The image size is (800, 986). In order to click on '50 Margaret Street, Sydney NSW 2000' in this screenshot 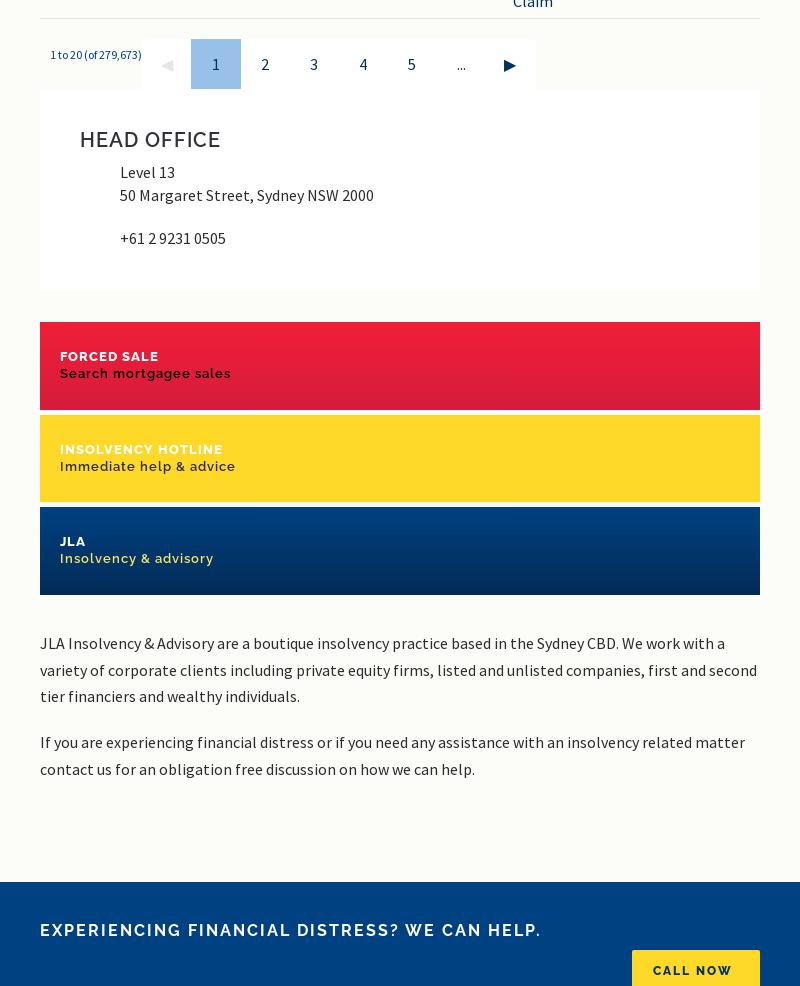, I will do `click(246, 194)`.